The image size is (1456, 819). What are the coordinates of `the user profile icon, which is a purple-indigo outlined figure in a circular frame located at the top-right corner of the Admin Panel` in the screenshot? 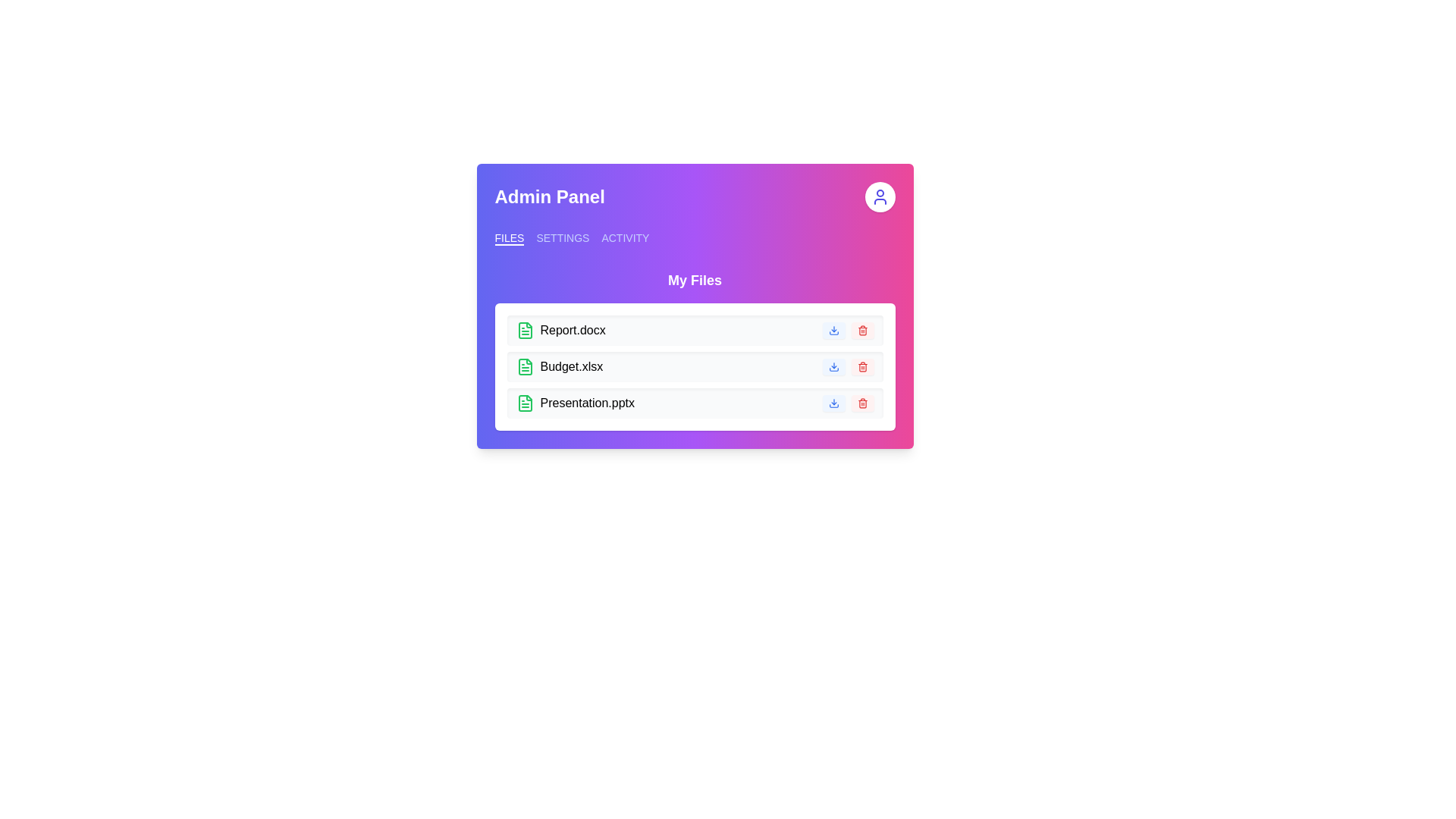 It's located at (880, 196).